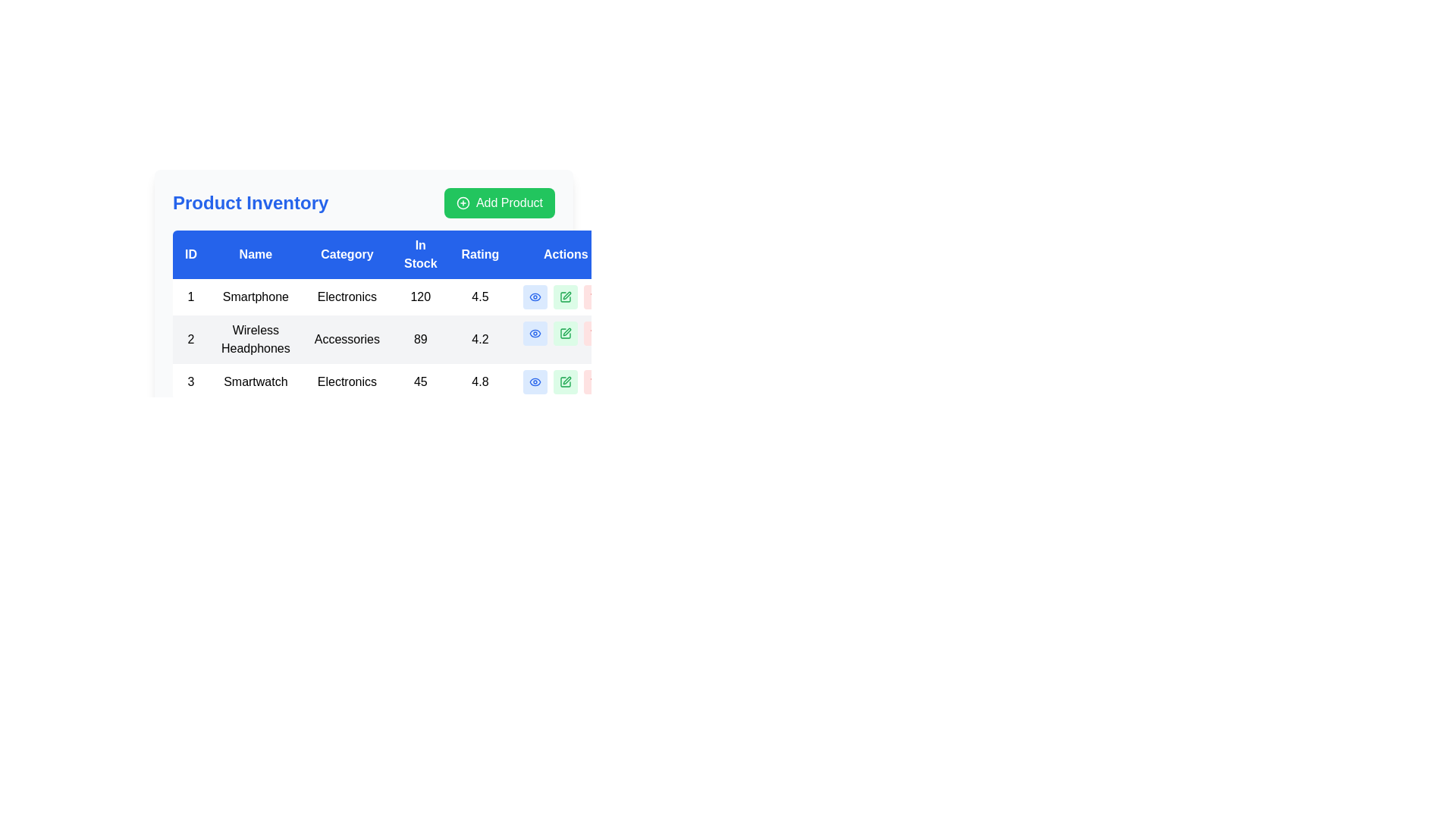 Image resolution: width=1456 pixels, height=819 pixels. Describe the element at coordinates (566, 295) in the screenshot. I see `the edit icon located in the 'Actions' column of the third row for the 'Smartwatch' entry to initiate an edit action` at that location.